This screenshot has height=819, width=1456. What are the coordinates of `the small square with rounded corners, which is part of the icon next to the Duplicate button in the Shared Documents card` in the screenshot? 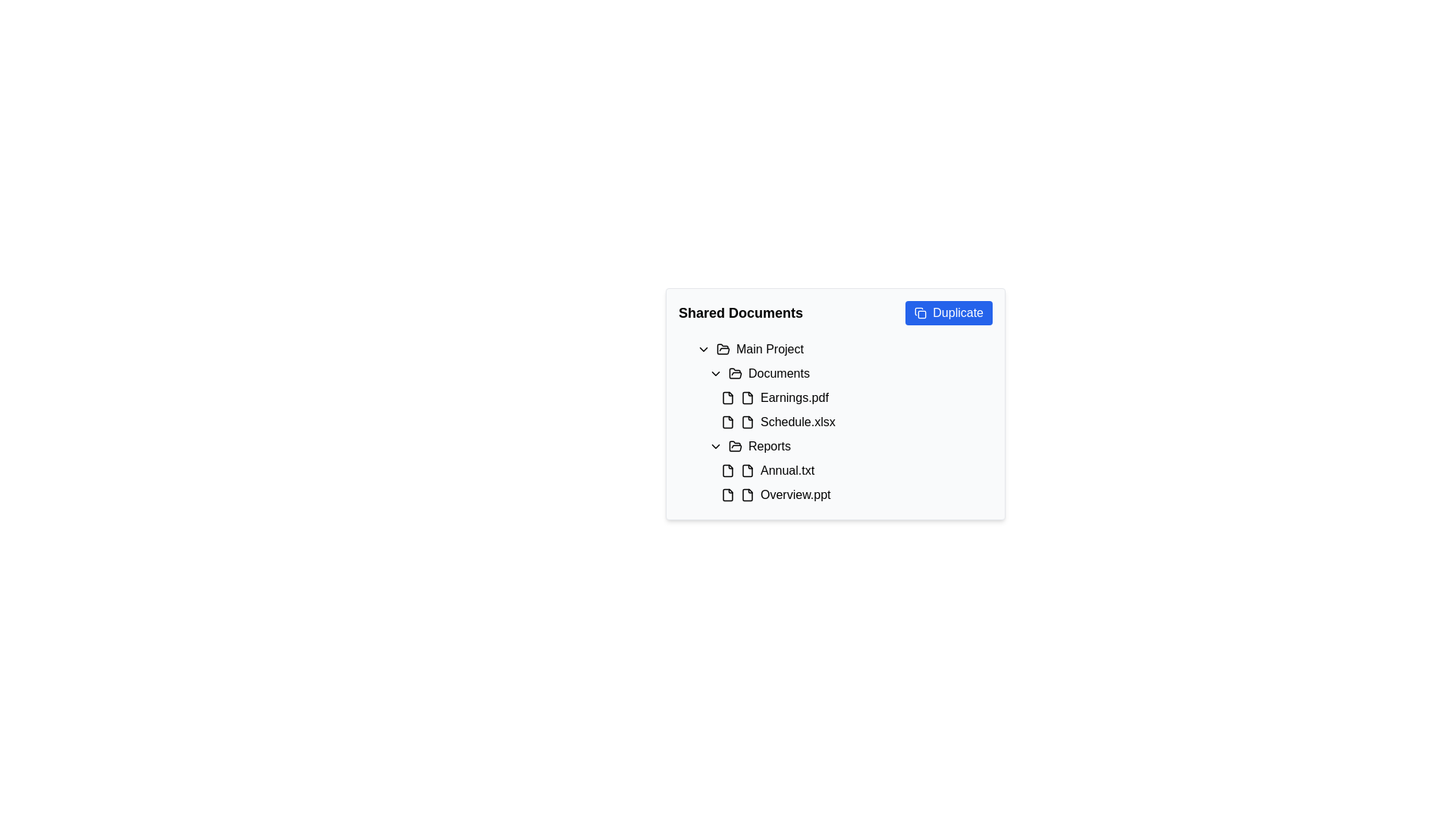 It's located at (921, 314).